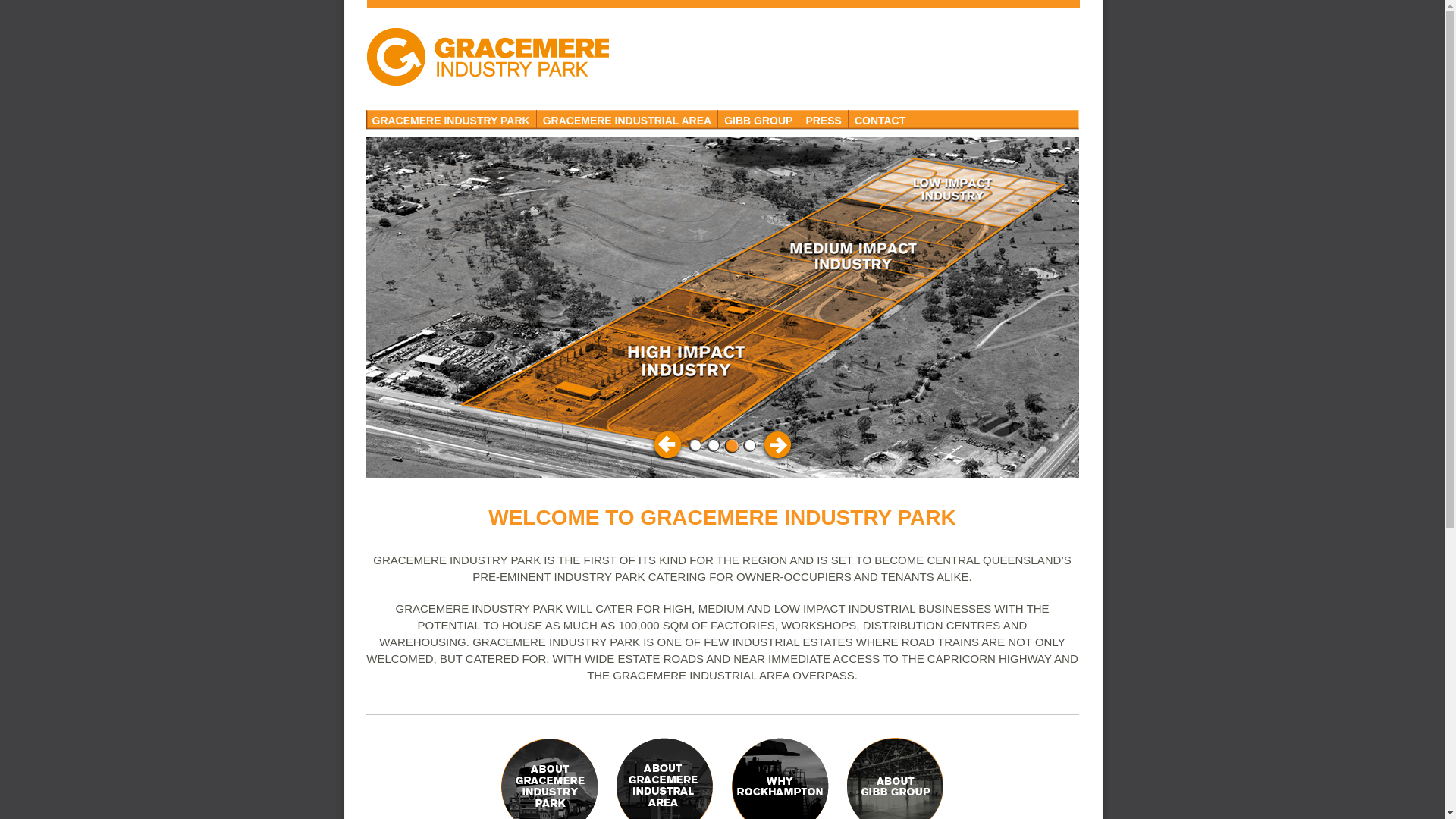 The width and height of the screenshot is (1456, 819). Describe the element at coordinates (731, 444) in the screenshot. I see `'3'` at that location.